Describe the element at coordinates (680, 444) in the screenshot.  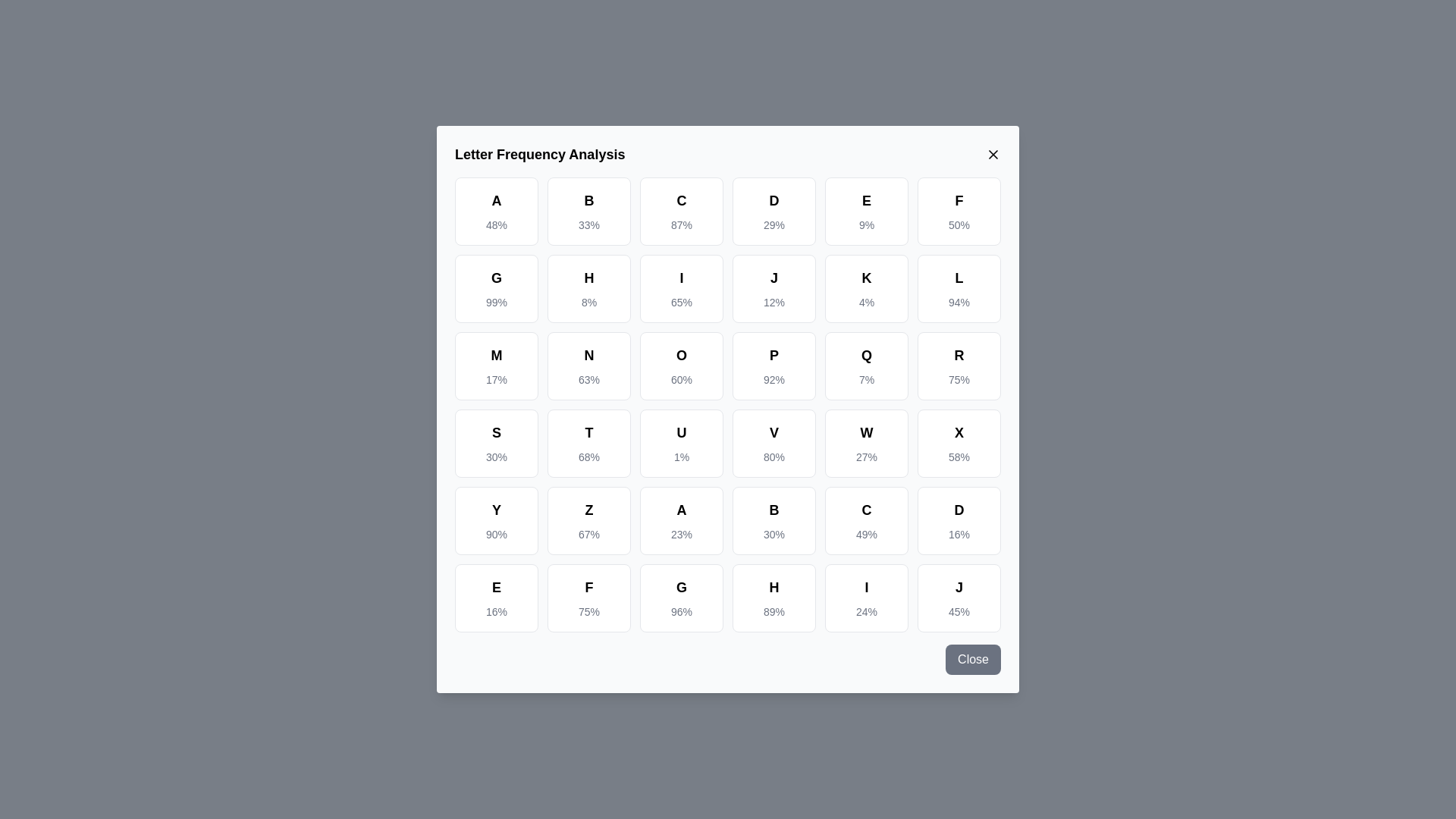
I see `the letter cell corresponding to U` at that location.